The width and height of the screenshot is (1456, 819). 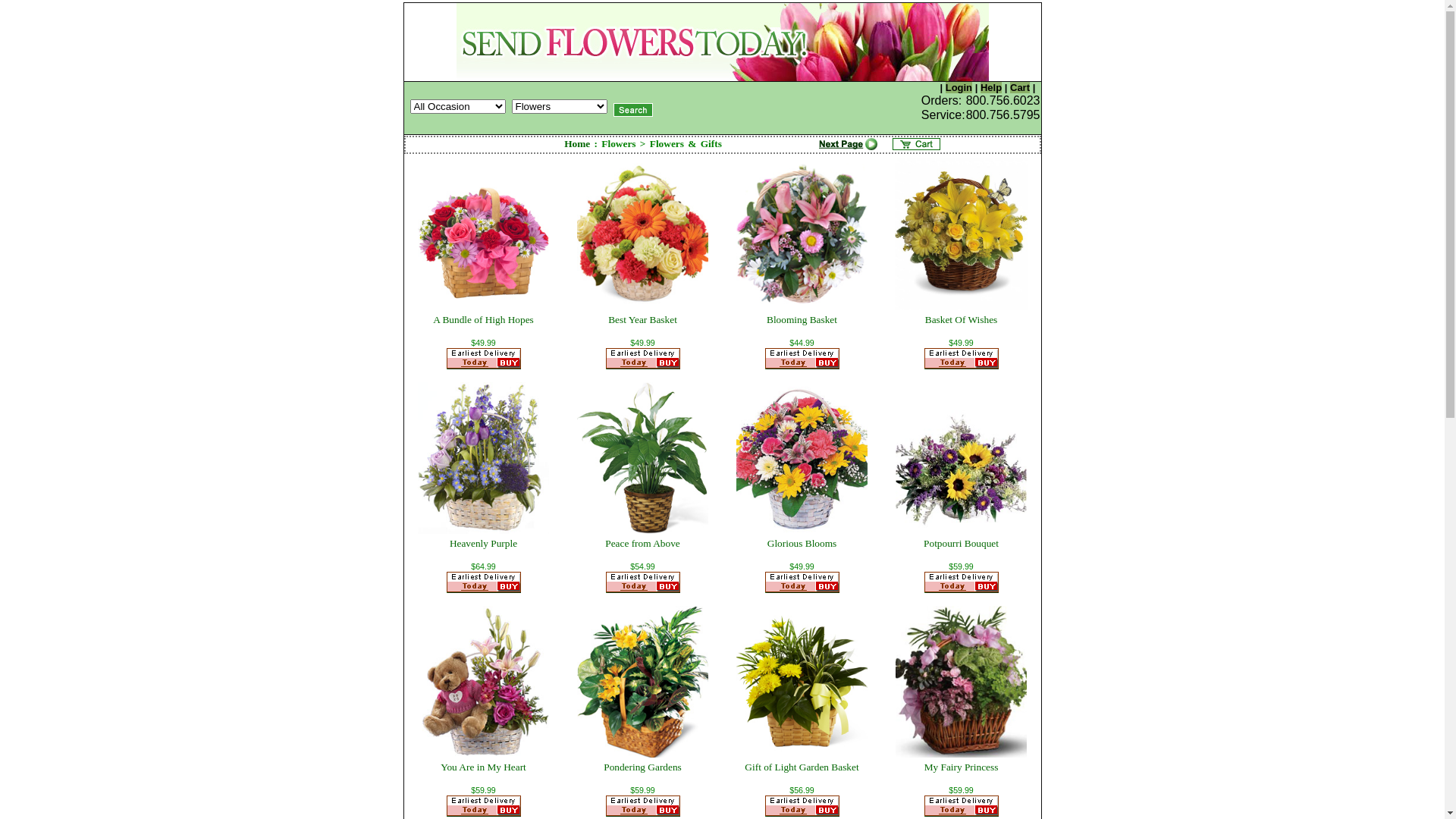 What do you see at coordinates (958, 87) in the screenshot?
I see `'Login'` at bounding box center [958, 87].